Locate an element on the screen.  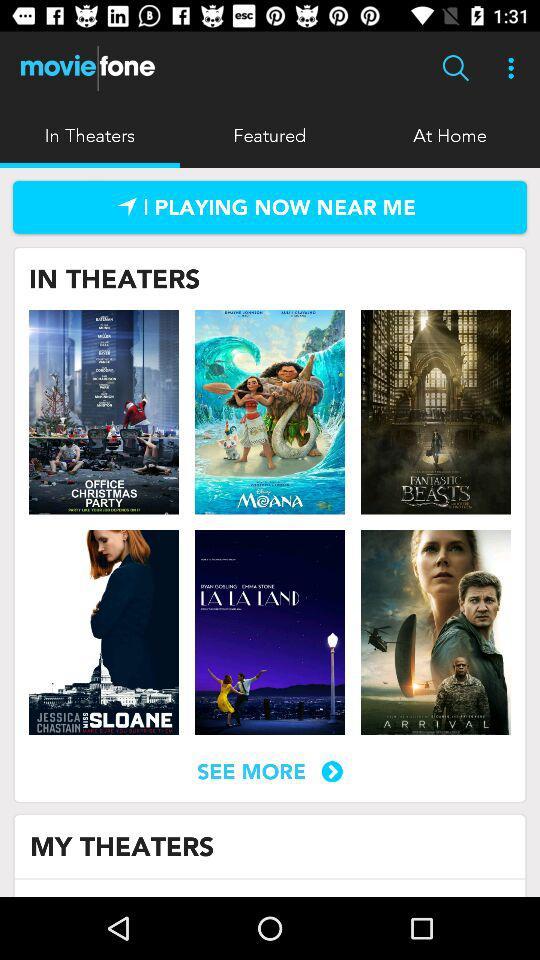
the icon below the see more icon is located at coordinates (122, 845).